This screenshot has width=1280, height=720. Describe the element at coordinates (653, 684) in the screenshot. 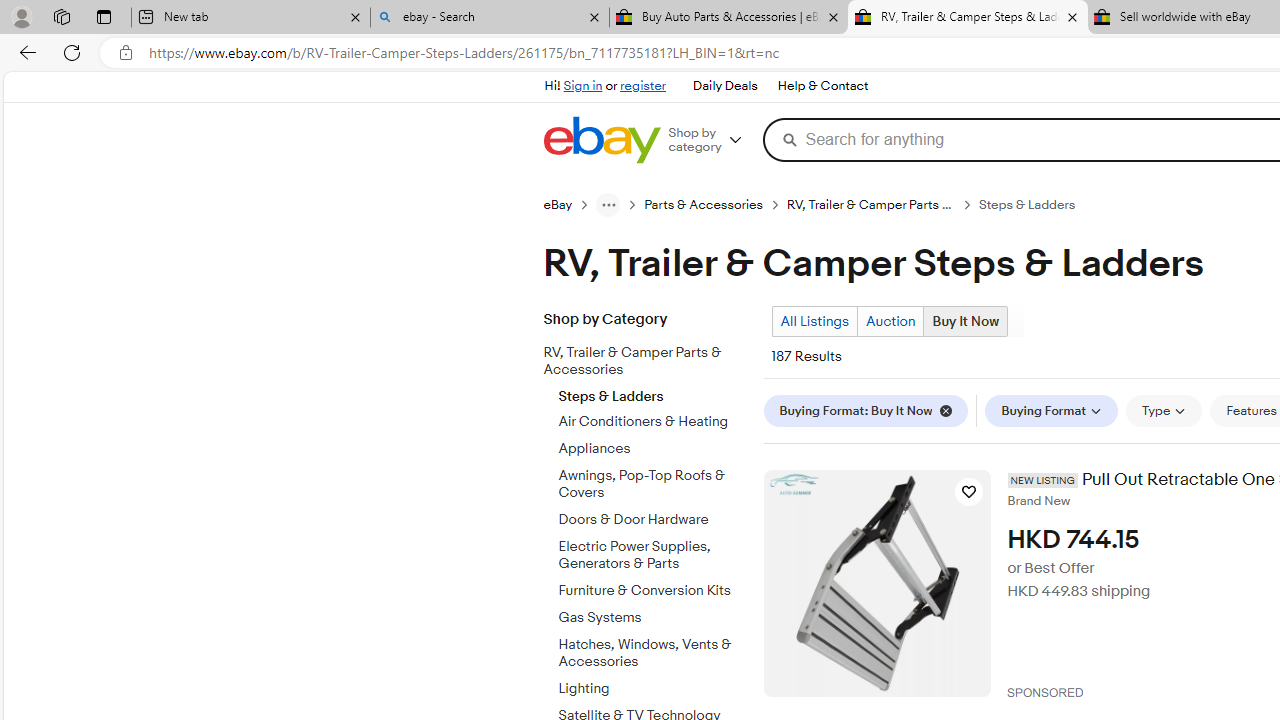

I see `'Lighting'` at that location.